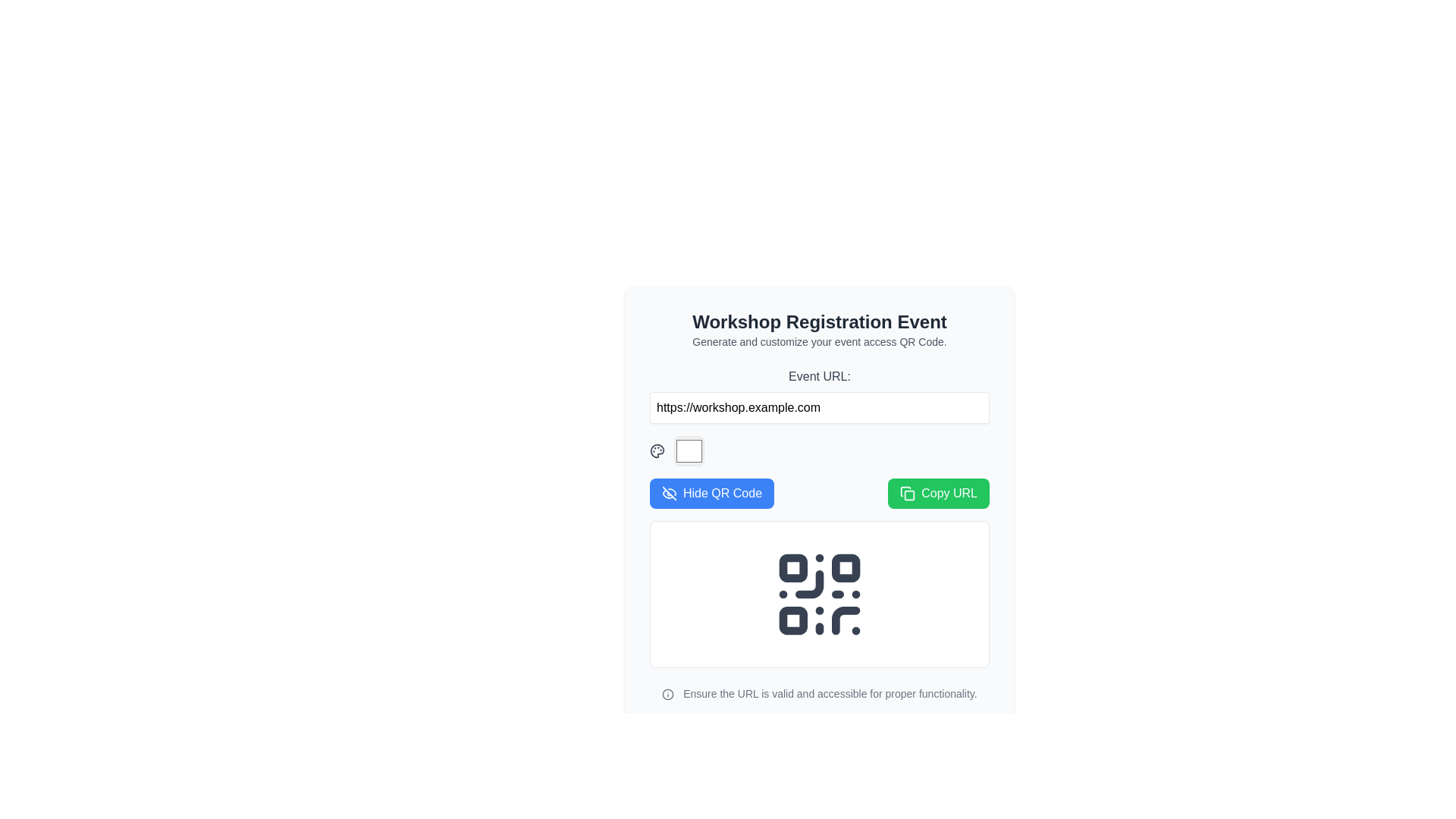 The height and width of the screenshot is (819, 1456). I want to click on the 'Copy URL' button, which has a green background, rounded edges, and is positioned to the right of the 'Hide QR Code' button, so click(938, 494).